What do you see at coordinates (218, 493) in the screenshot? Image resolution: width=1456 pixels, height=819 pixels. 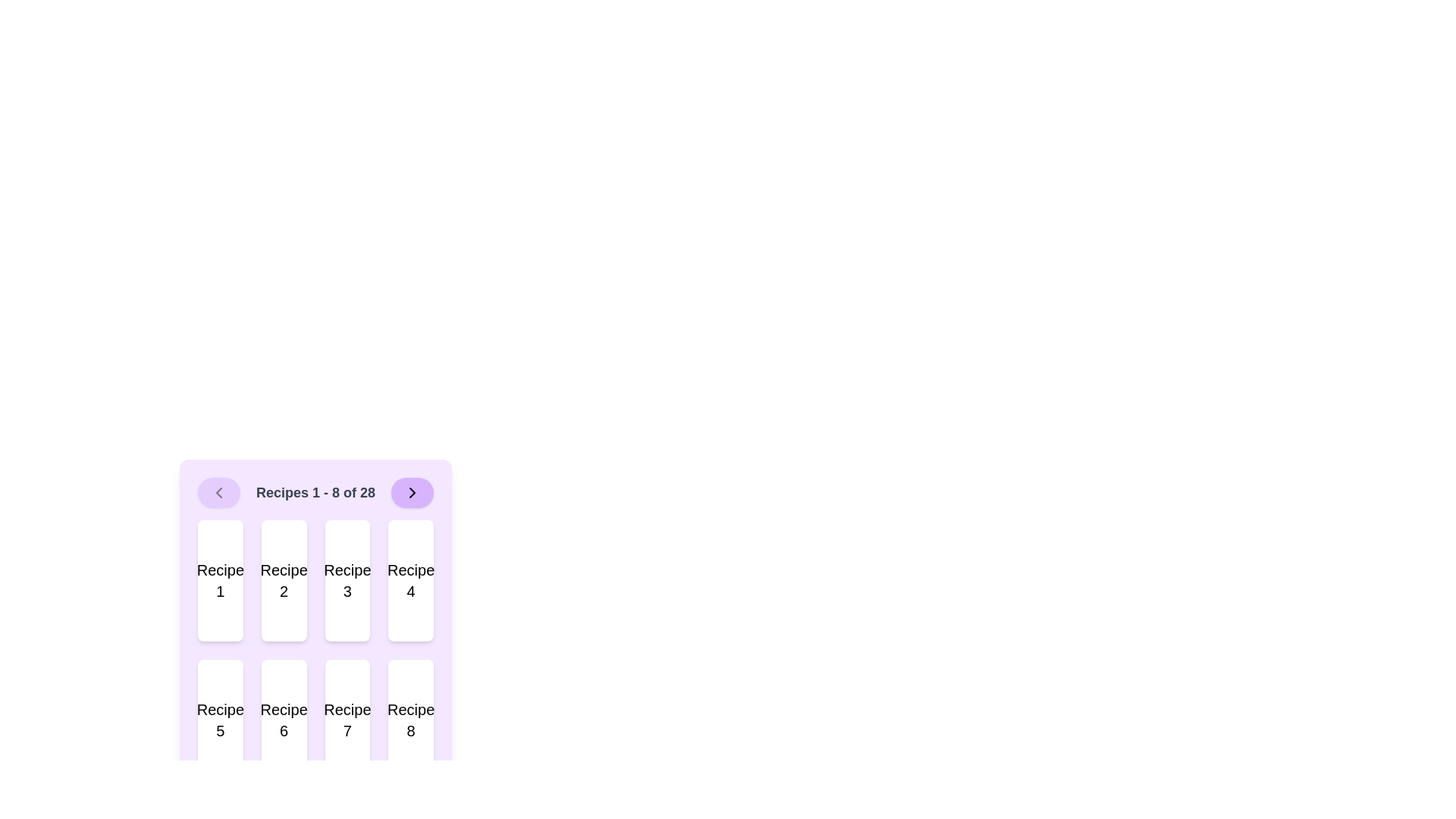 I see `the previous navigation button located at the top-left corner of the navigation bar` at bounding box center [218, 493].